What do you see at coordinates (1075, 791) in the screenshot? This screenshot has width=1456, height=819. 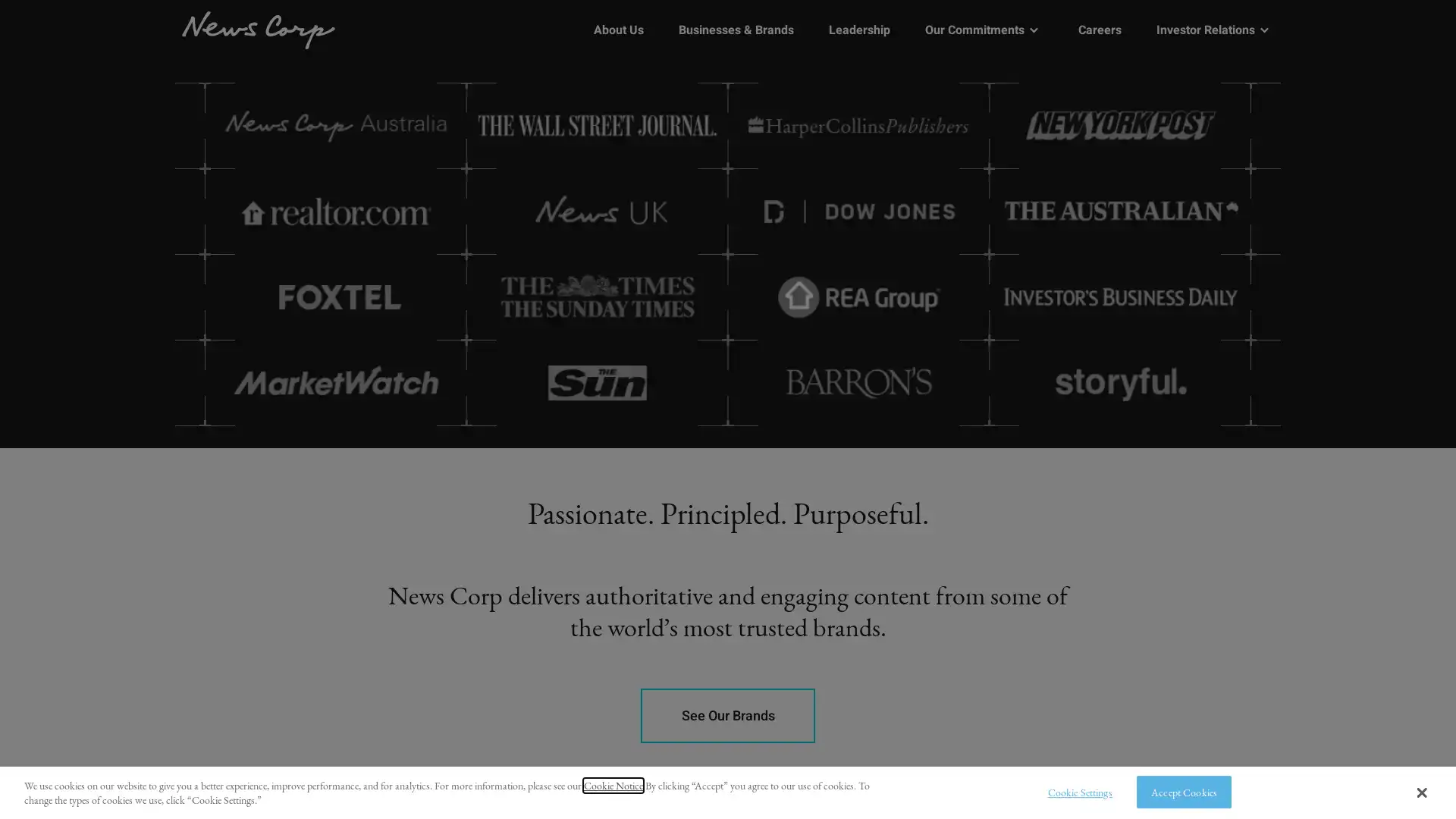 I see `Cookie Settings` at bounding box center [1075, 791].